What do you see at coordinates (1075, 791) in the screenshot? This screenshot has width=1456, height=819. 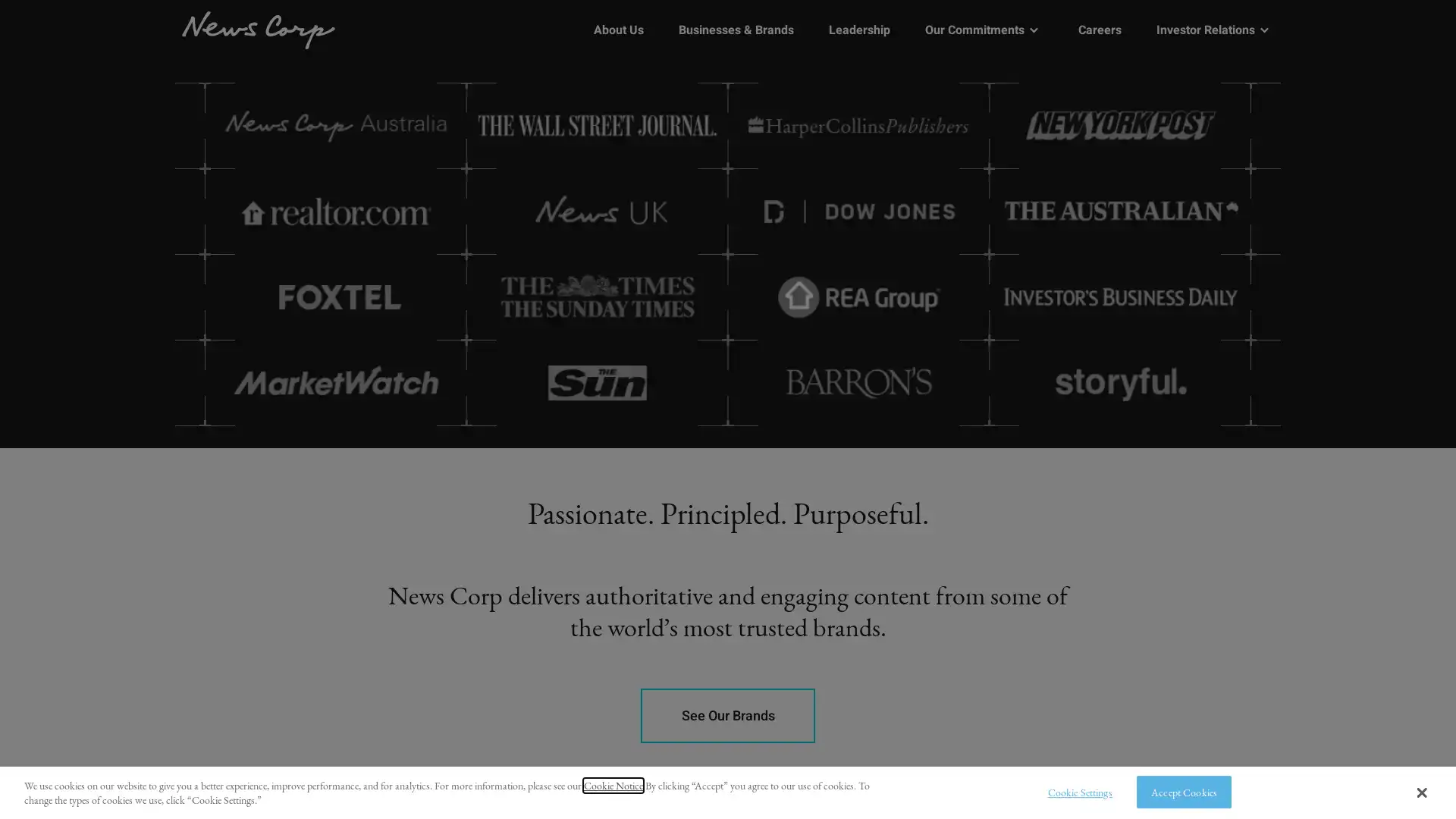 I see `Cookie Settings` at bounding box center [1075, 791].